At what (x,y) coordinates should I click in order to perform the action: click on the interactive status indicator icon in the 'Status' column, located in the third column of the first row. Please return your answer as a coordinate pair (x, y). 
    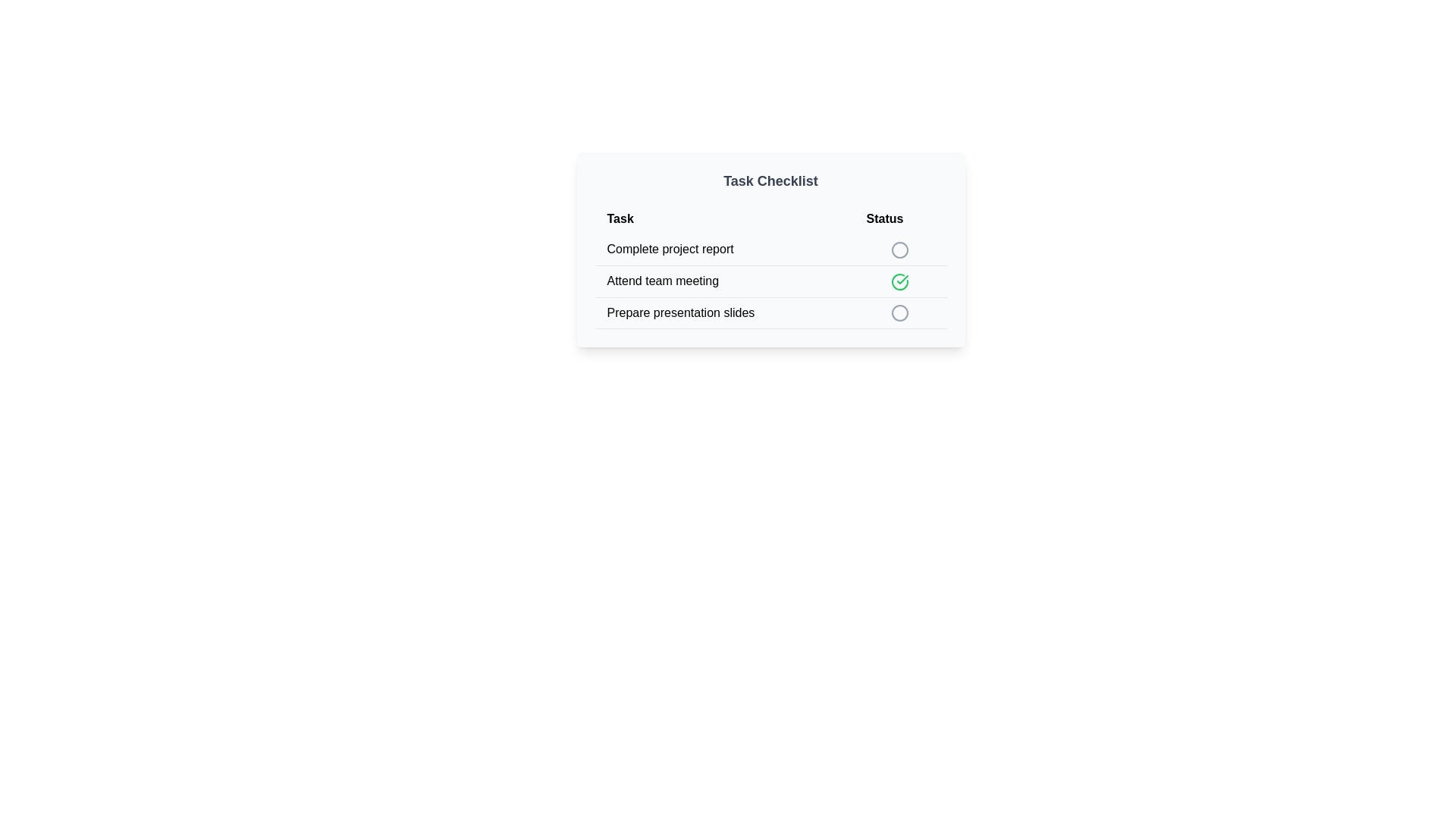
    Looking at the image, I should click on (900, 249).